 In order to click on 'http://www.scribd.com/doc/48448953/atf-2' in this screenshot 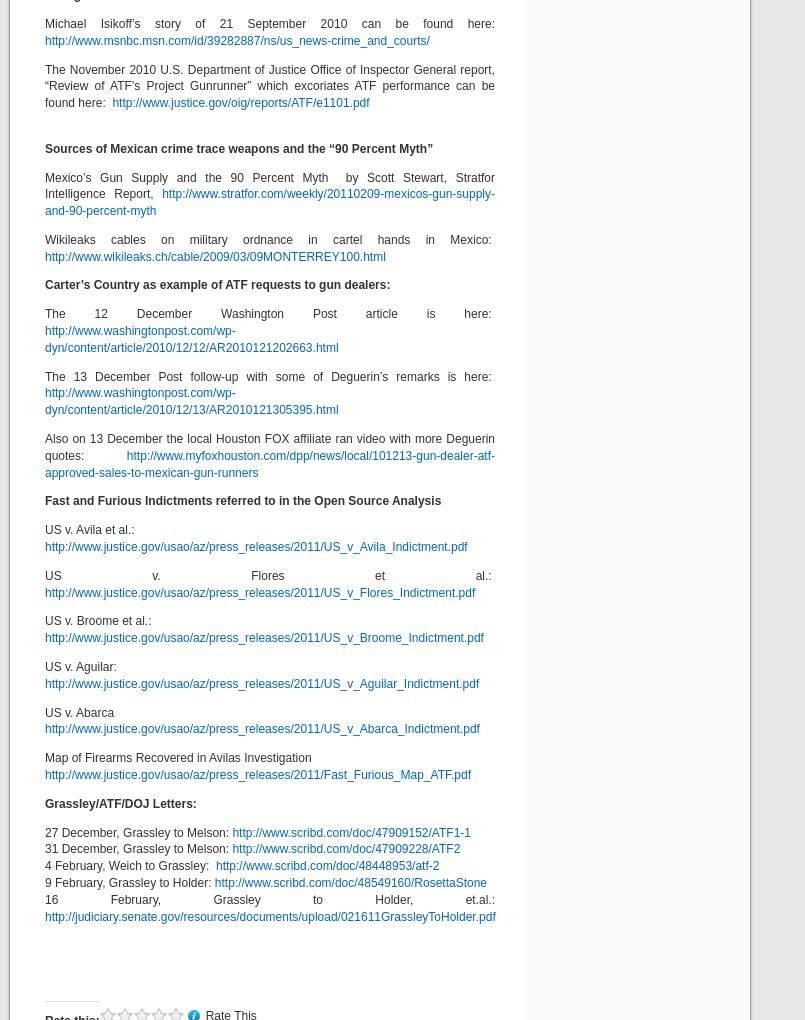, I will do `click(325, 864)`.